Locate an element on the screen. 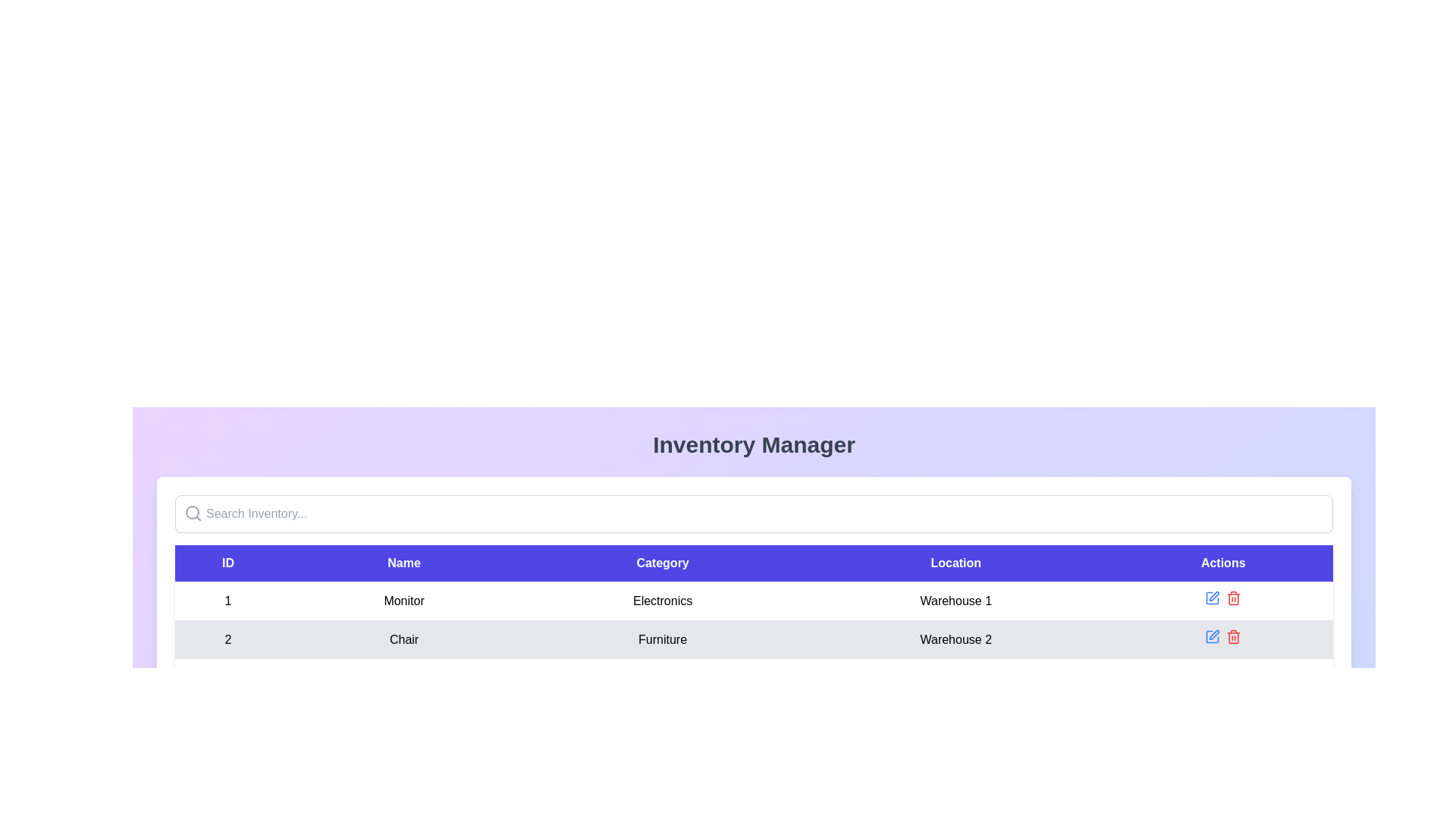 Image resolution: width=1456 pixels, height=819 pixels. the 'Category' label which is the third column header in the table, styled in bold white font on a purple background is located at coordinates (663, 563).